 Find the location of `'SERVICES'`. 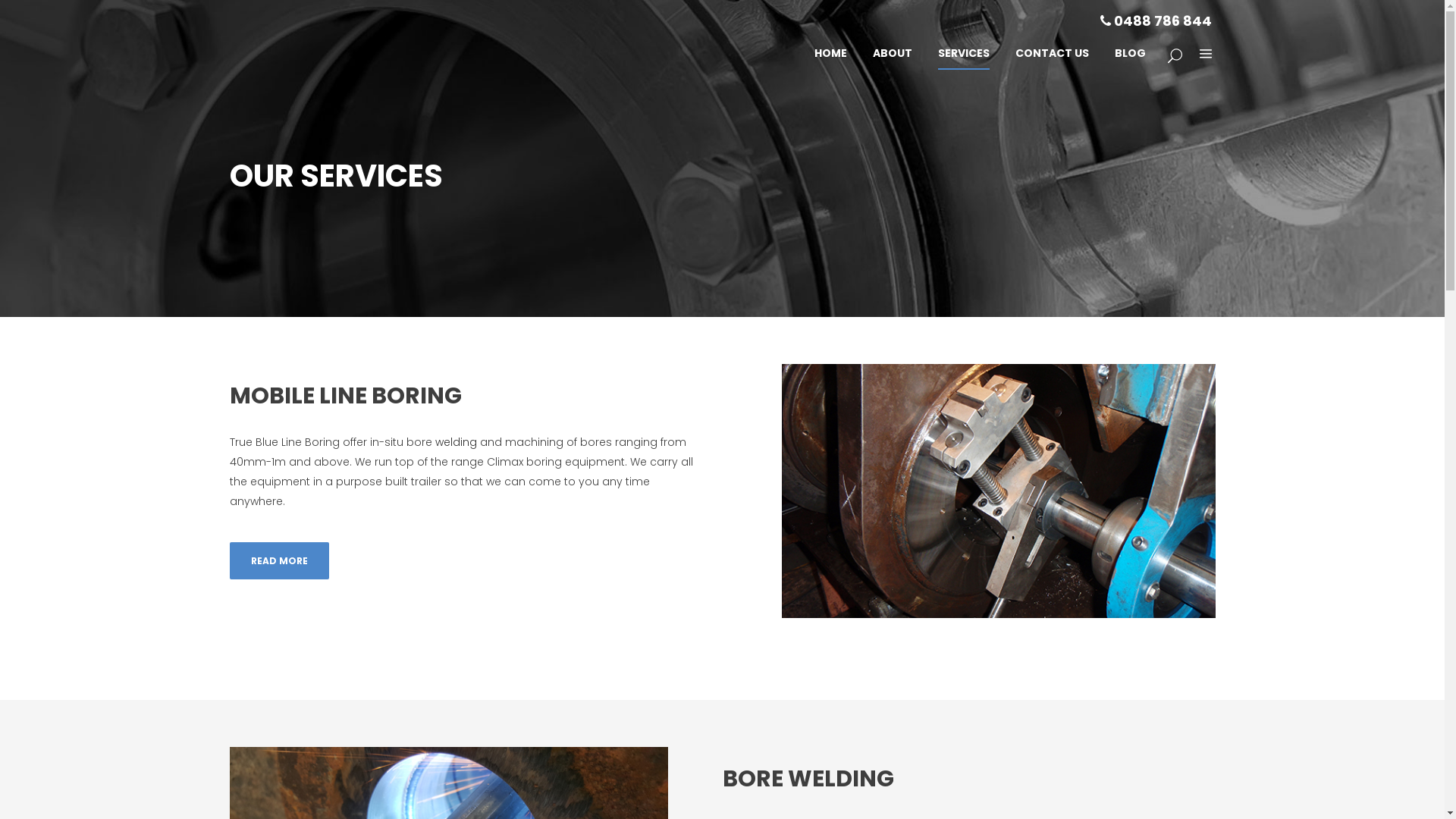

'SERVICES' is located at coordinates (963, 52).